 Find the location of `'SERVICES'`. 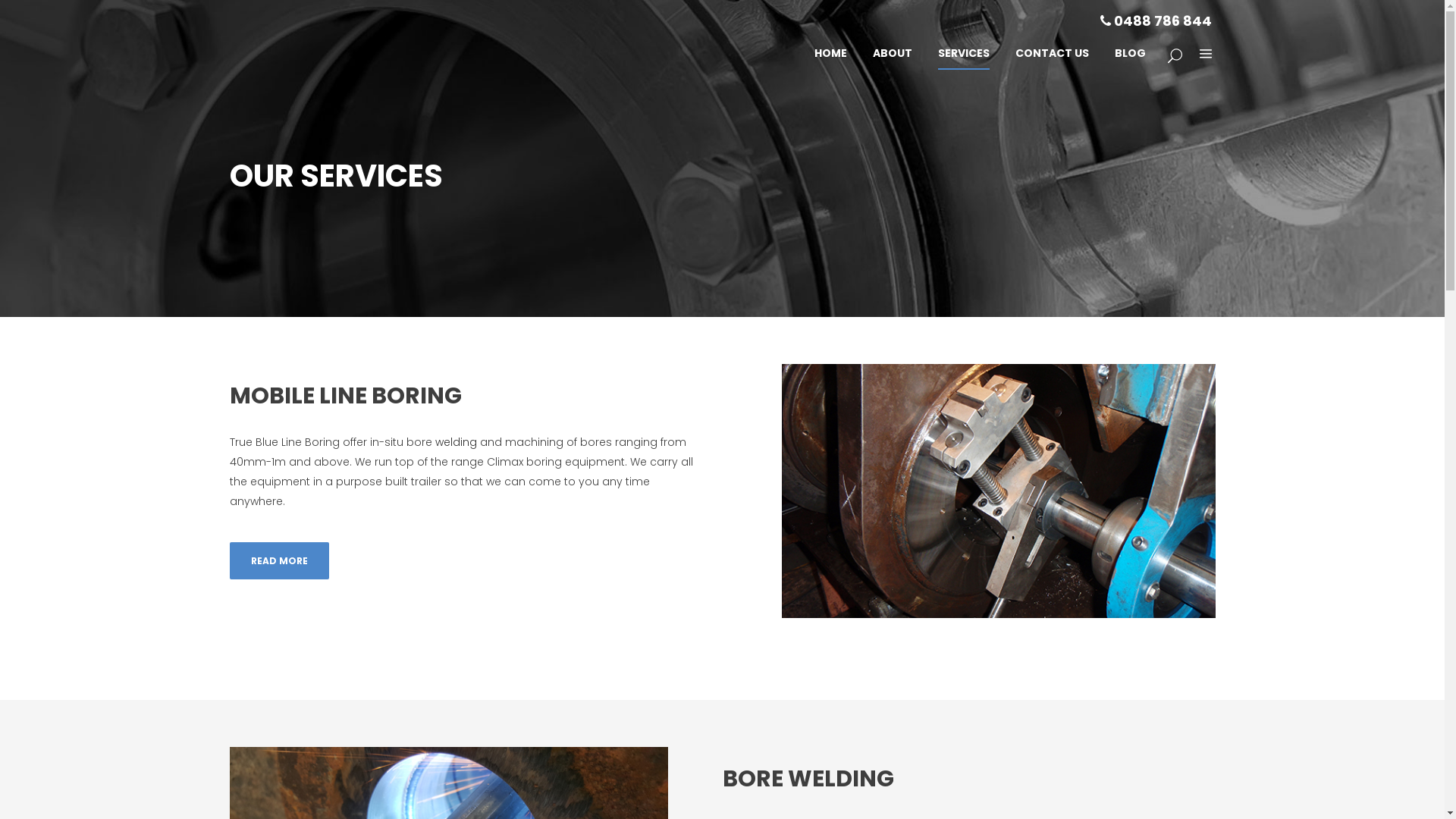

'SERVICES' is located at coordinates (963, 52).